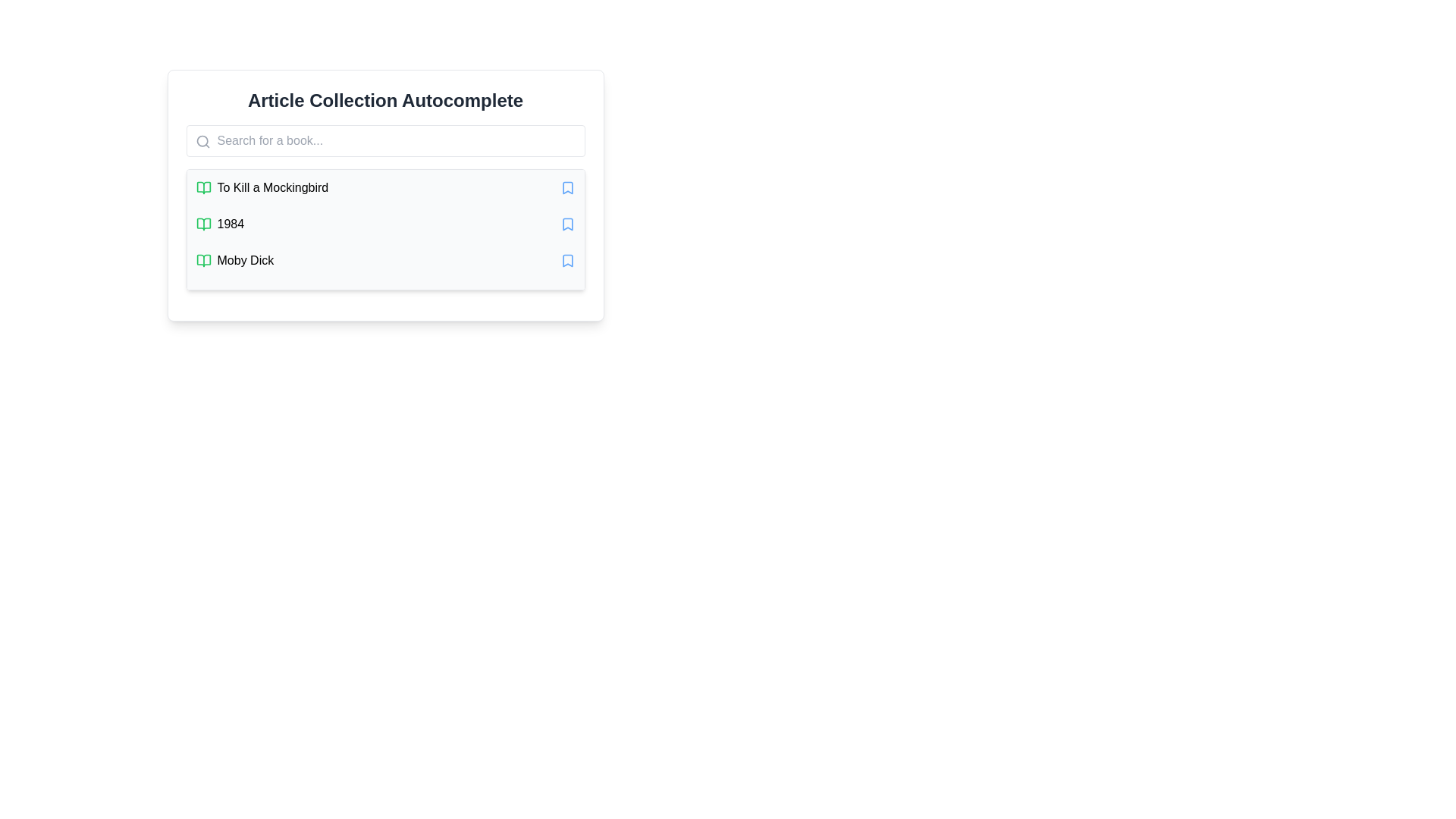 The image size is (1456, 819). Describe the element at coordinates (385, 187) in the screenshot. I see `the first row in the autocomplete dropdown list that allows selection of the book titled 'To Kill a Mockingbird'` at that location.